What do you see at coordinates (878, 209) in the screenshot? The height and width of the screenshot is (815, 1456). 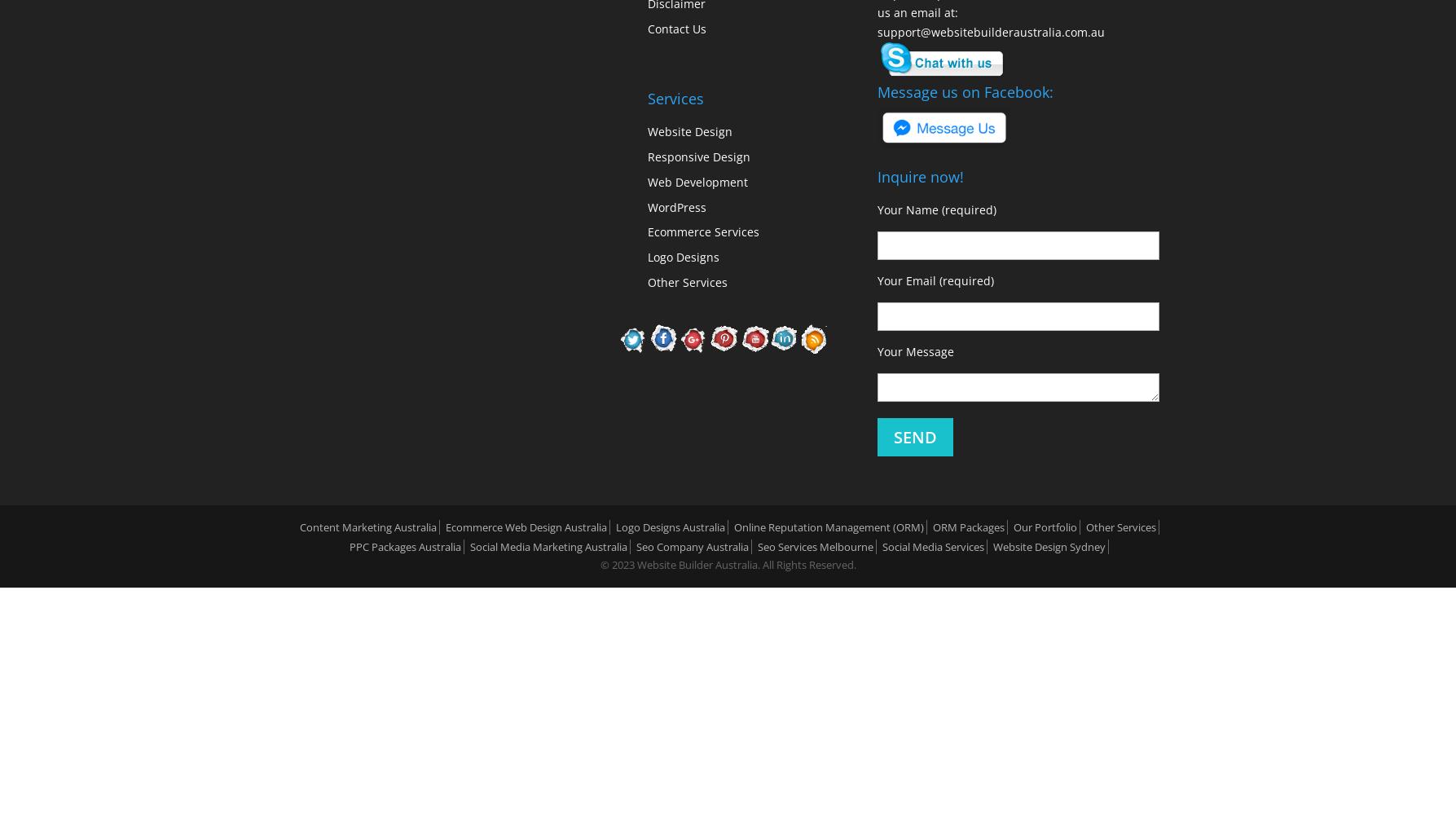 I see `'Your Name (required)'` at bounding box center [878, 209].